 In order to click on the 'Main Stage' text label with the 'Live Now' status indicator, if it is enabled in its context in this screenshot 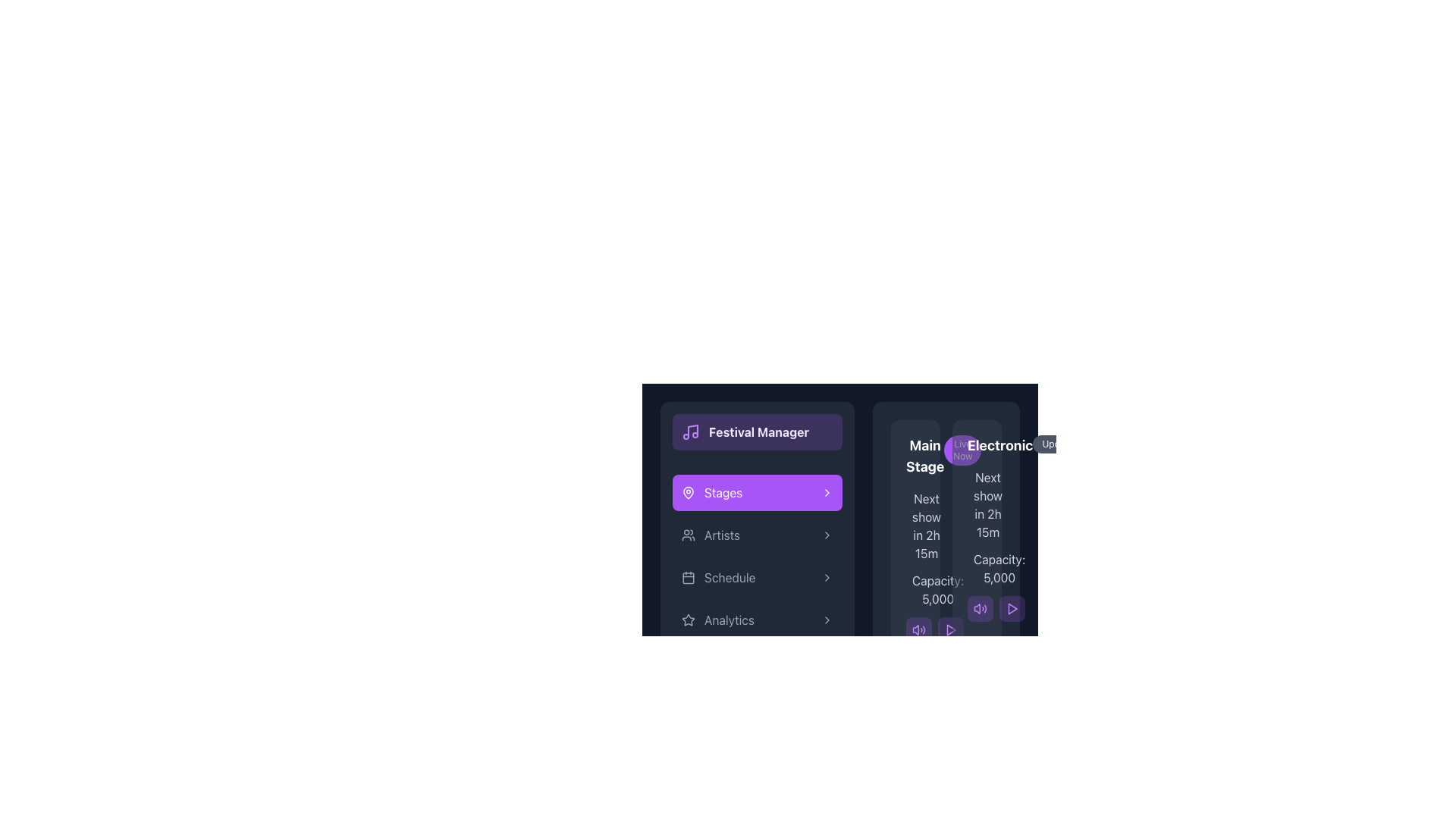, I will do `click(915, 455)`.